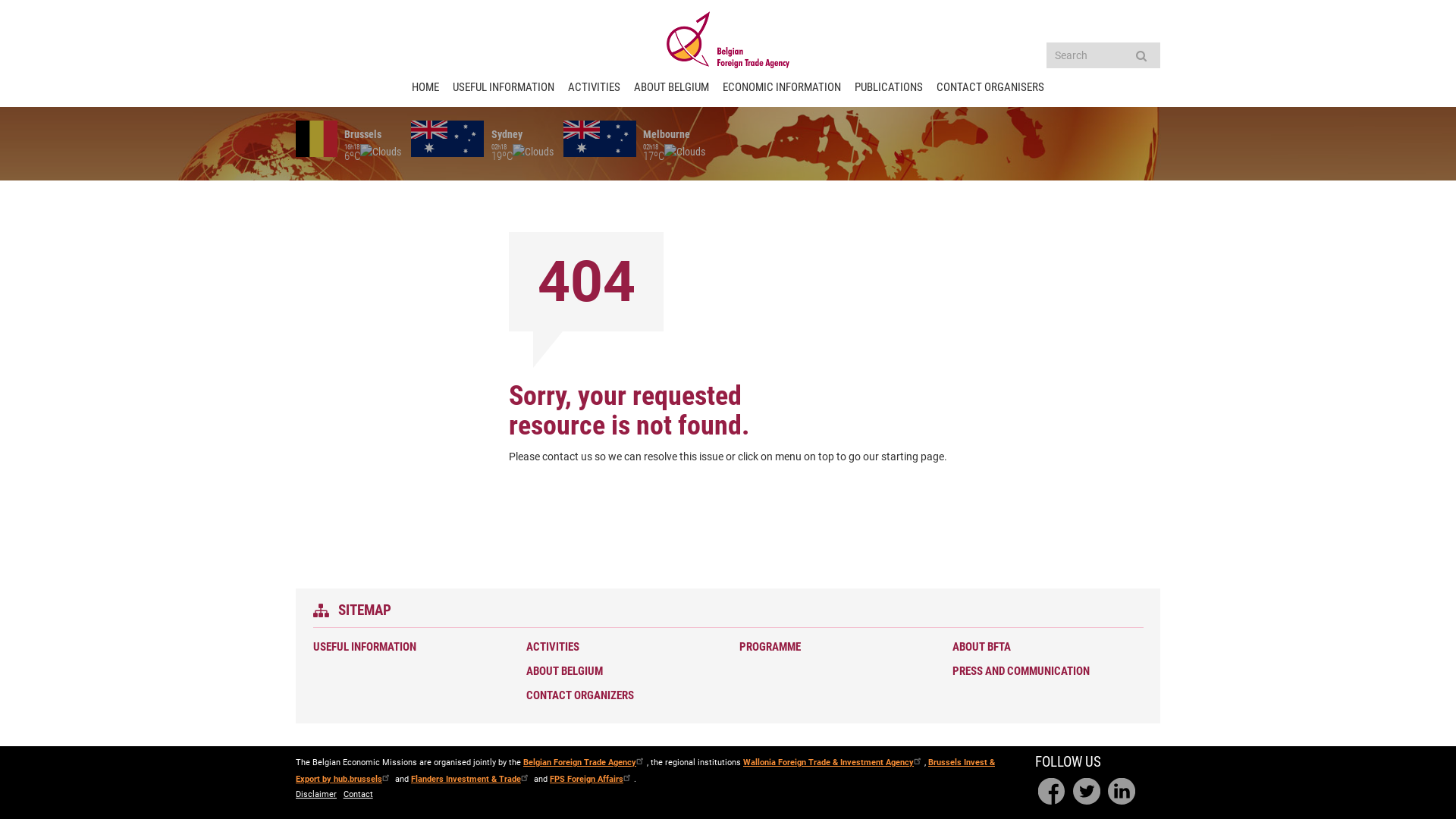 This screenshot has height=819, width=1456. I want to click on 'Disclaimer', so click(315, 794).